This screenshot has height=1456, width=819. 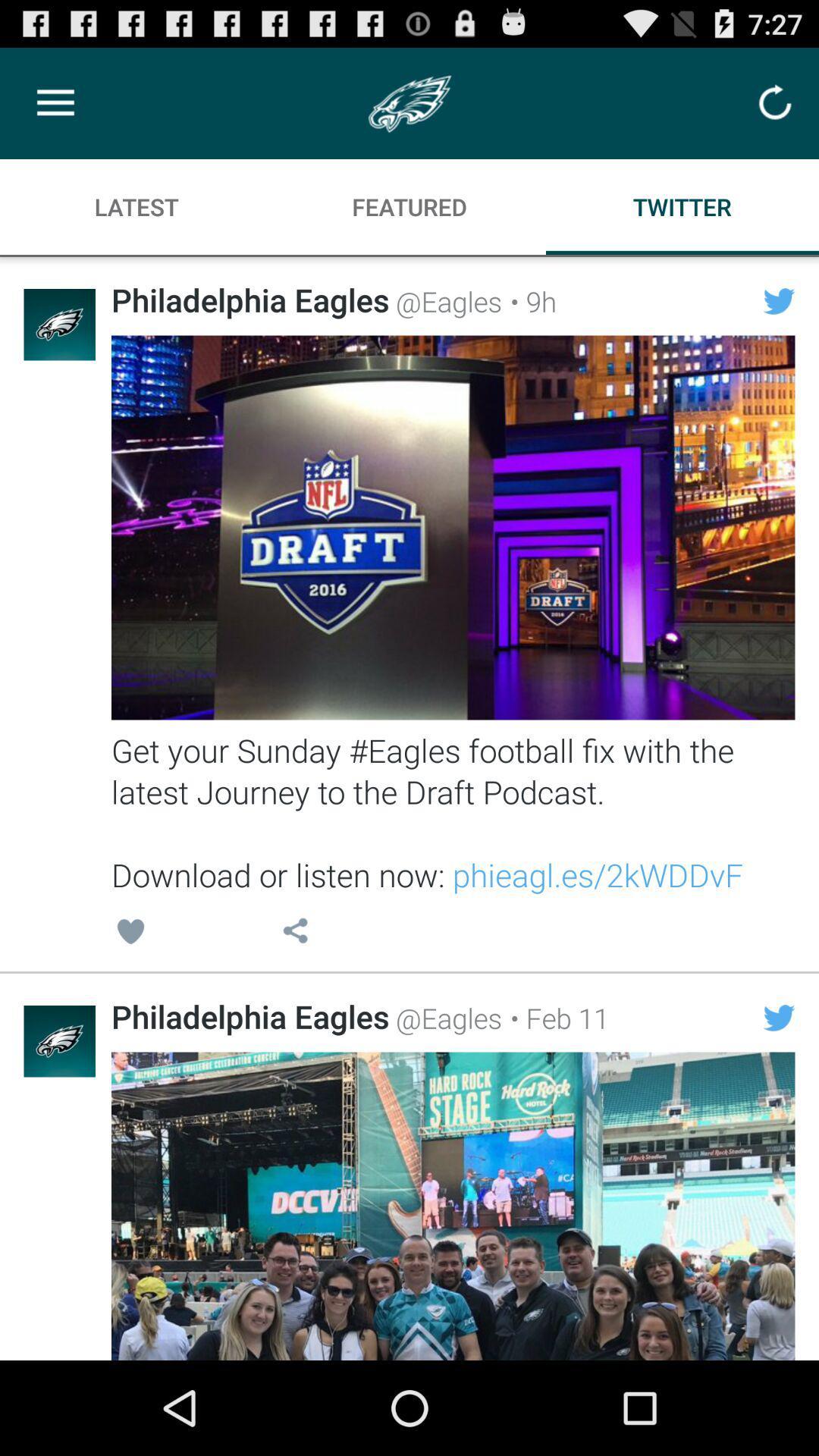 What do you see at coordinates (452, 528) in the screenshot?
I see `open link` at bounding box center [452, 528].